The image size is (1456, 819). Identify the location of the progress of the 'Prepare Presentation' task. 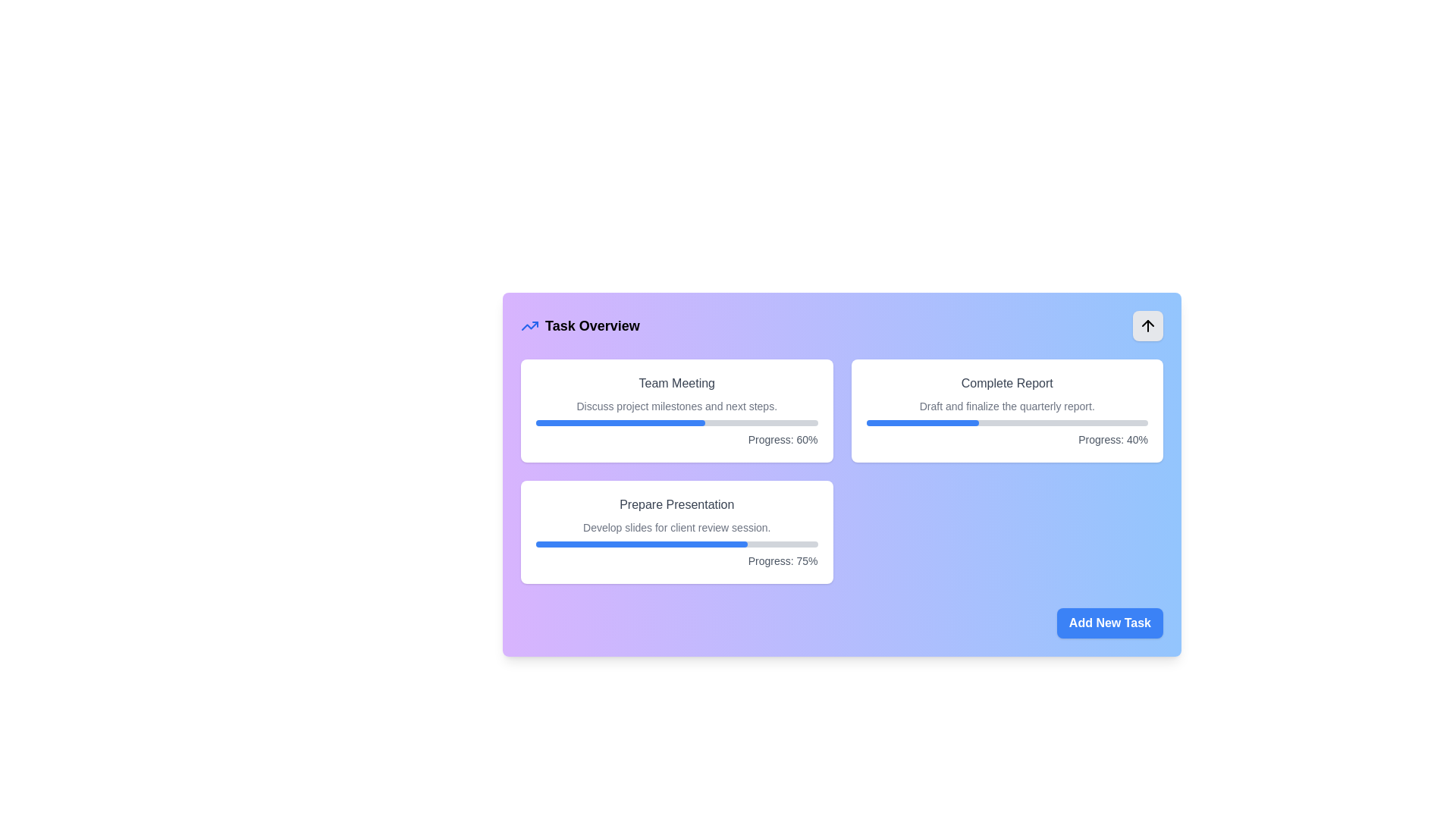
(607, 543).